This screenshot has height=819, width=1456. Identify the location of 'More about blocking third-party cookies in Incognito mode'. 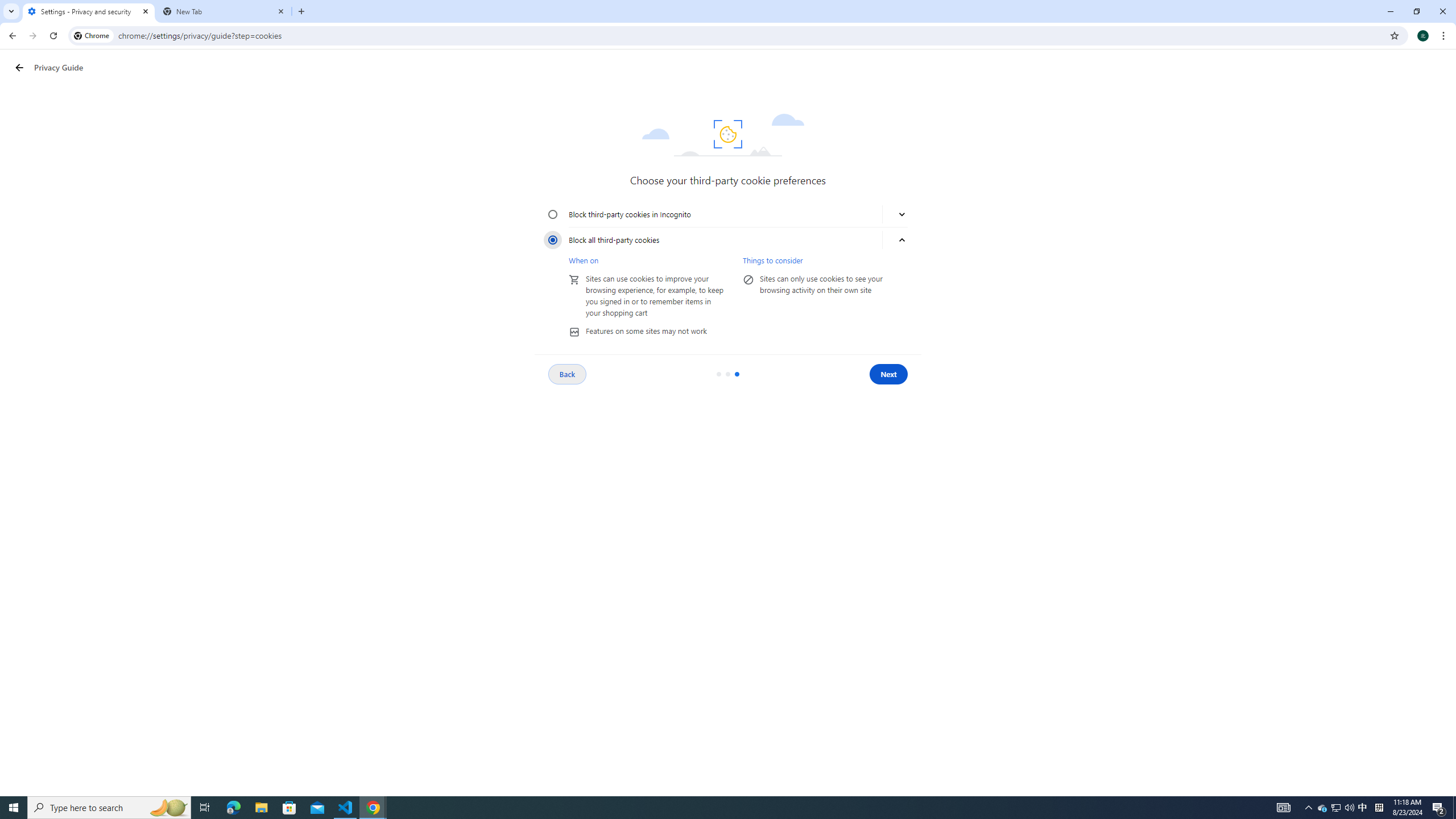
(901, 214).